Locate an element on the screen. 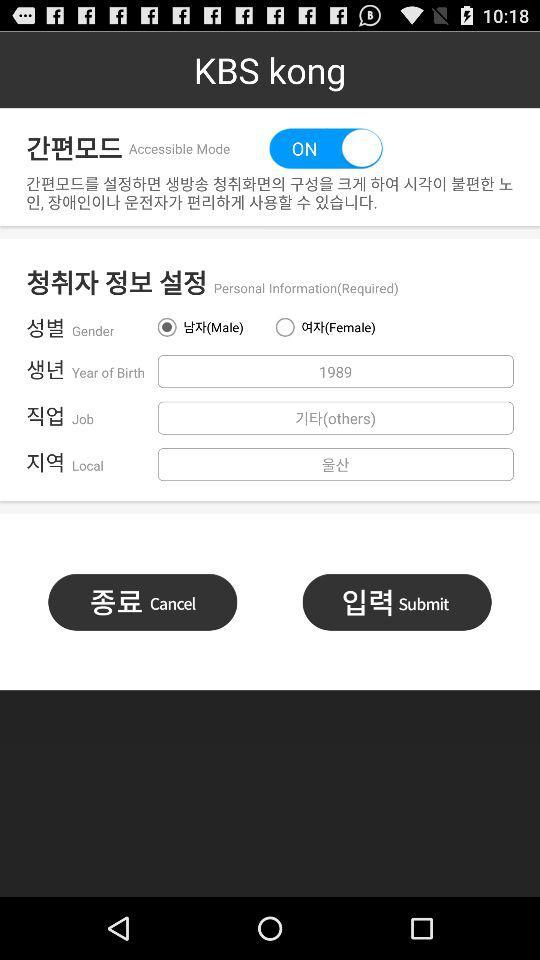 Image resolution: width=540 pixels, height=960 pixels. item above 1989 item is located at coordinates (209, 327).